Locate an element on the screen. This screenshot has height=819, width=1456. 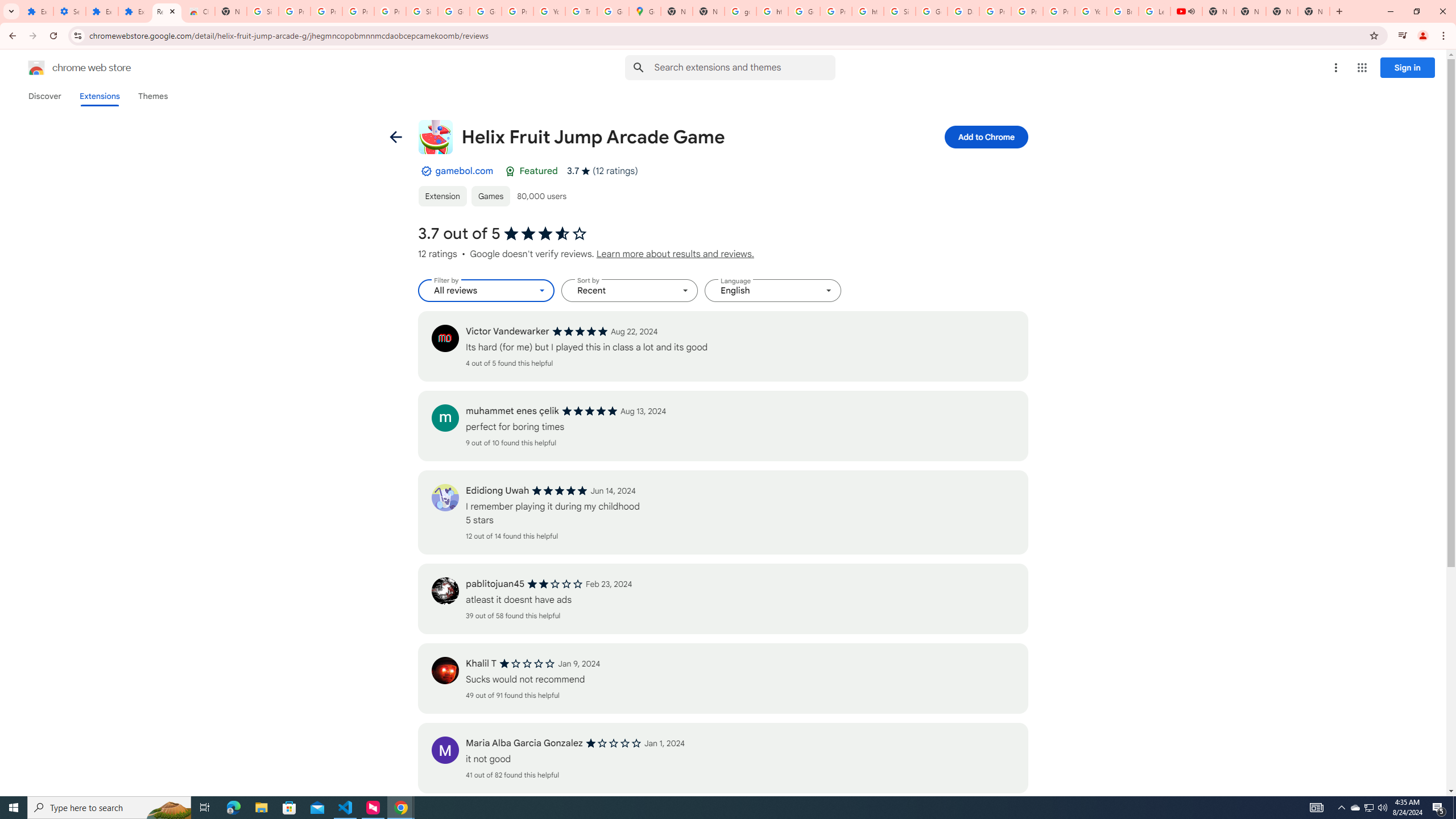
'Privacy Help Center - Policies Help' is located at coordinates (1027, 11).